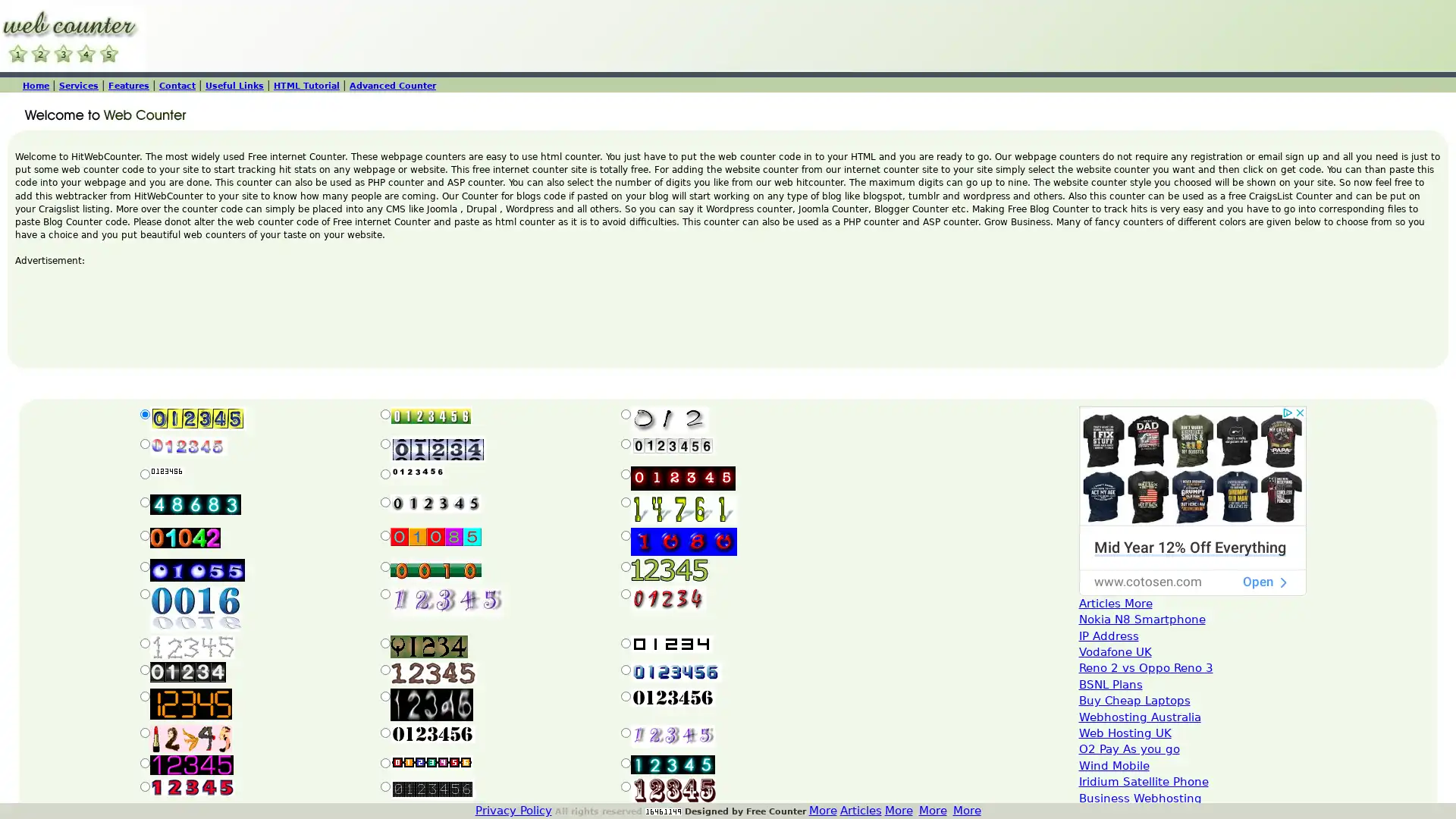 This screenshot has width=1456, height=819. I want to click on Submit, so click(446, 599).